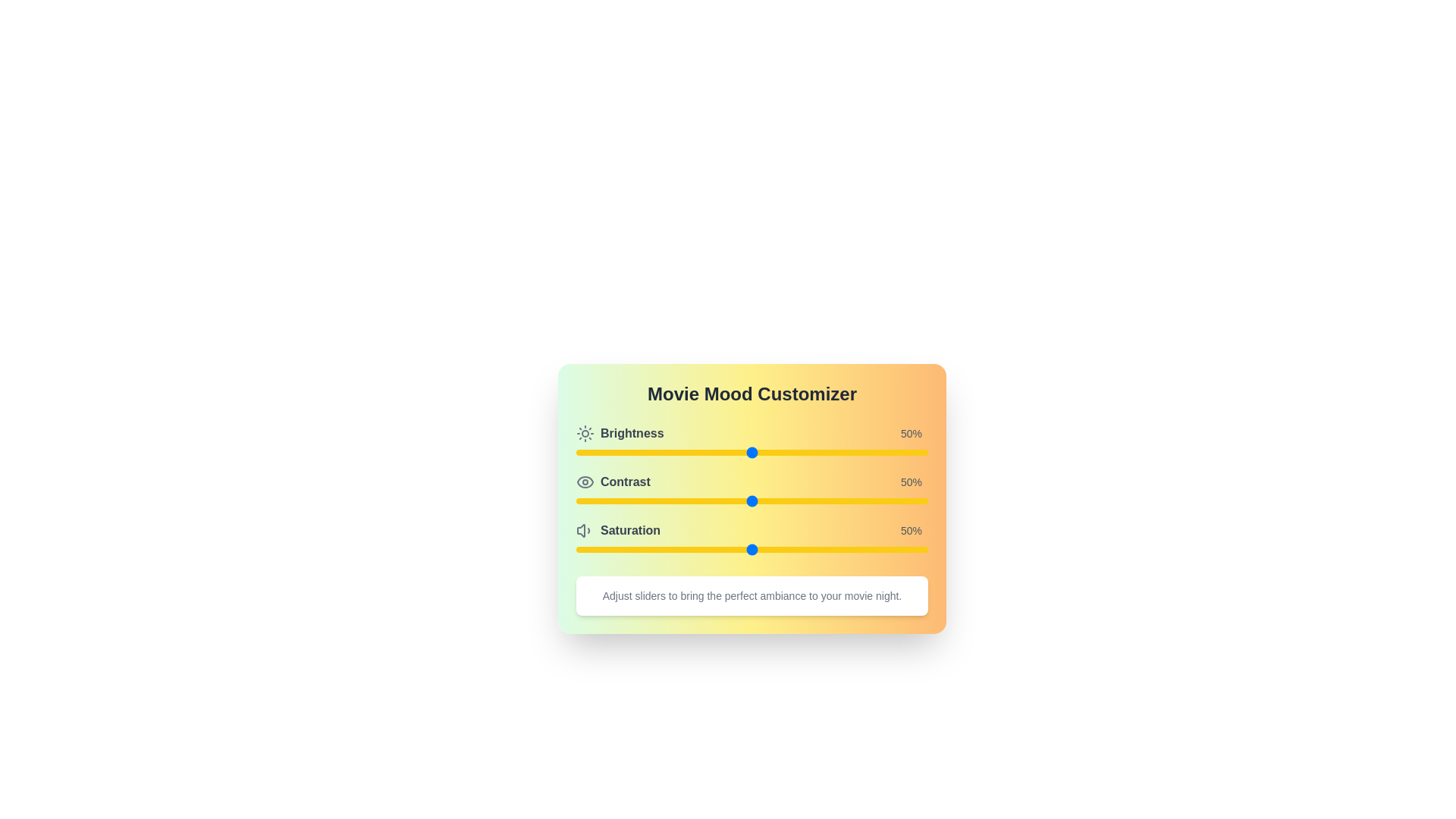 This screenshot has height=819, width=1456. I want to click on the 'Contrast' label, which serves as the title for the contrast adjustment functionality in the Movie Mood Customizer panel, so click(625, 482).